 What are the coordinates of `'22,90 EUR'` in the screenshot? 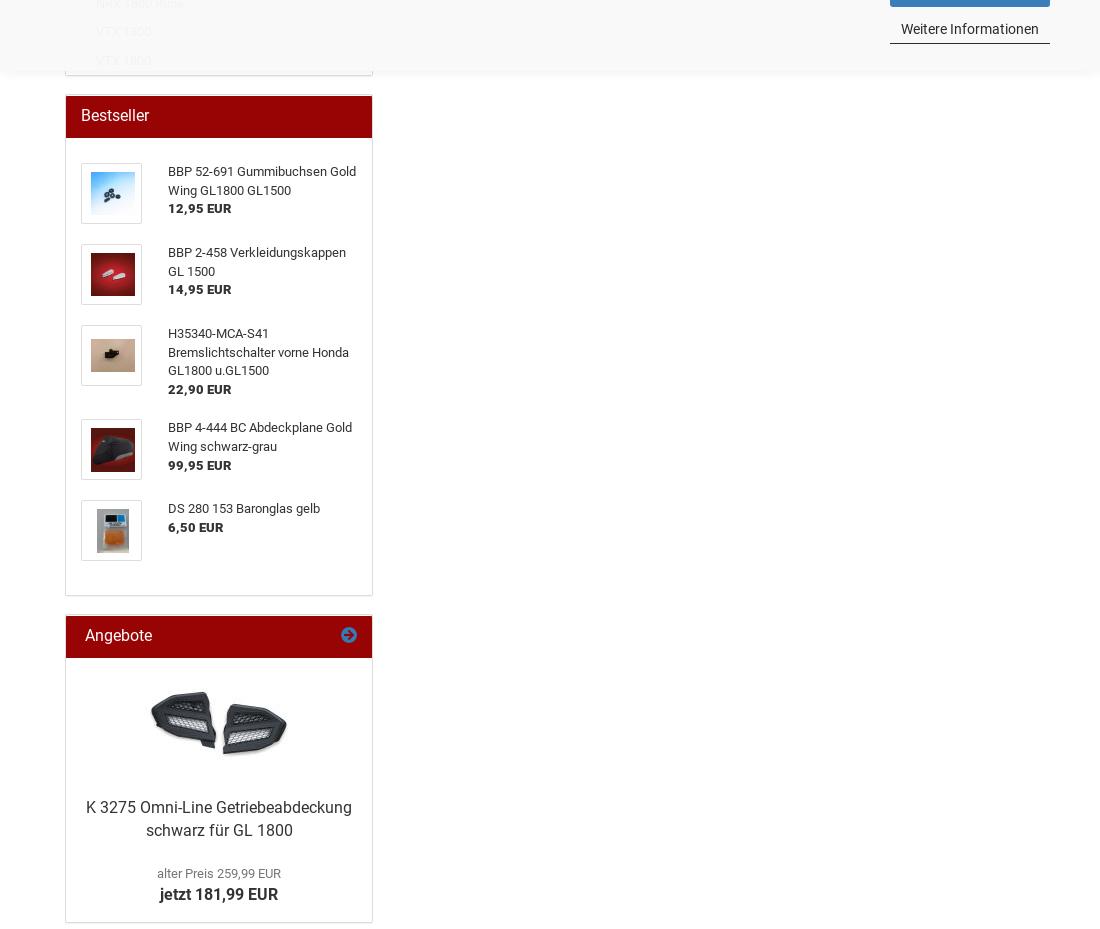 It's located at (198, 387).